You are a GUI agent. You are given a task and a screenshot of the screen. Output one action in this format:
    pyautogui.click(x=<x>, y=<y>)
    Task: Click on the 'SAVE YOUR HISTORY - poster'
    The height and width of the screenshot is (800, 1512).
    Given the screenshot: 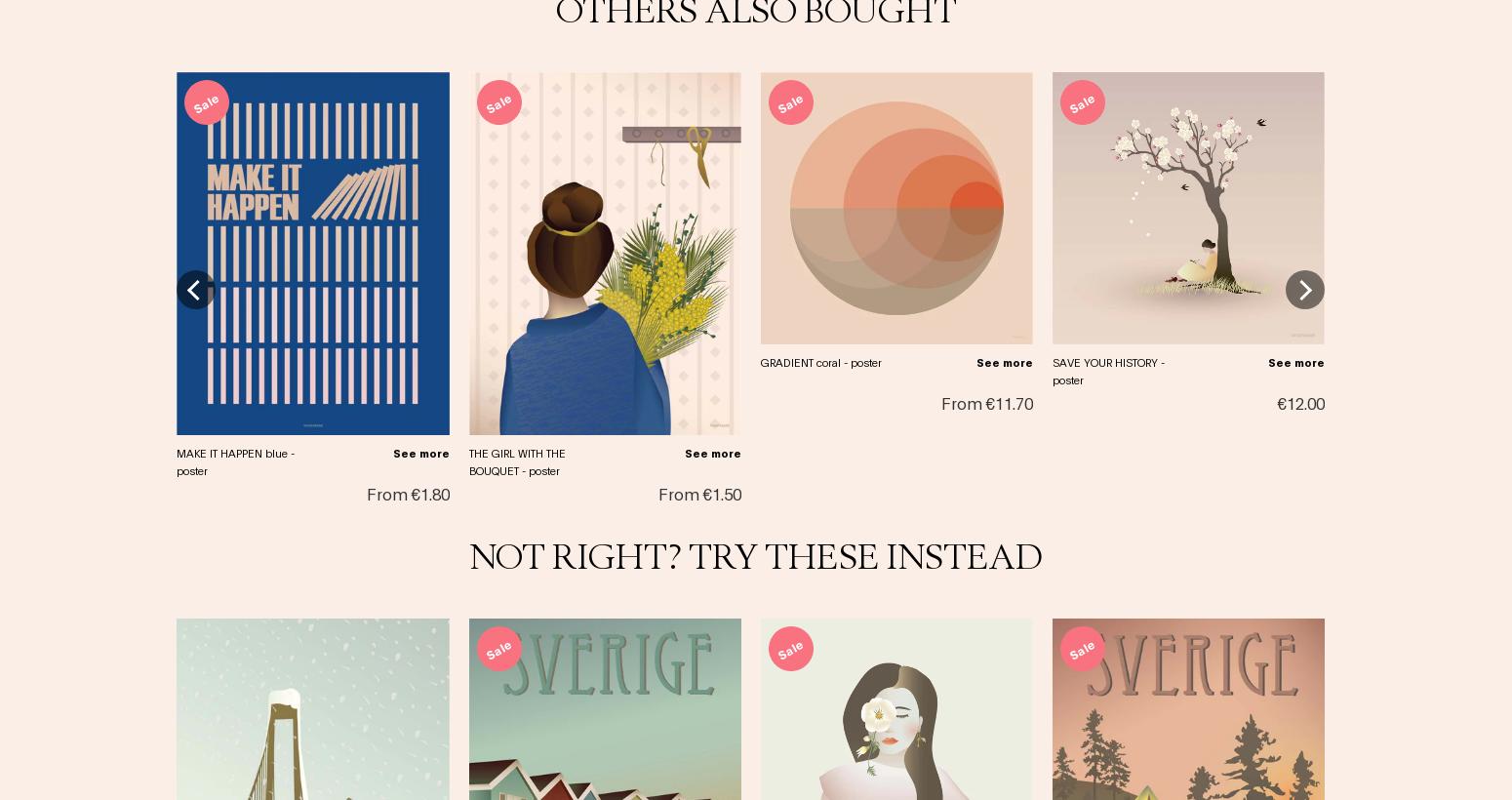 What is the action you would take?
    pyautogui.click(x=1107, y=370)
    